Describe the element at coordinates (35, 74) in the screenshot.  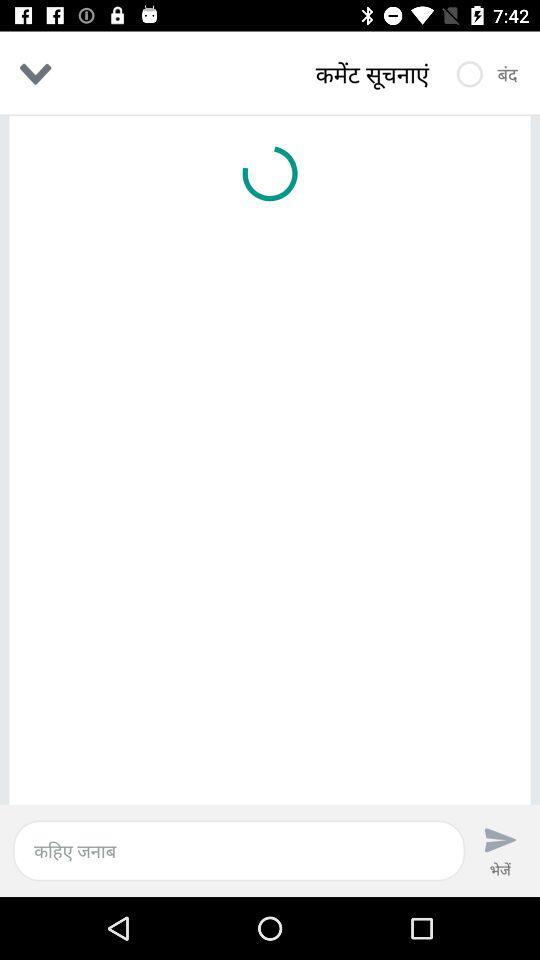
I see `the expand_more icon` at that location.